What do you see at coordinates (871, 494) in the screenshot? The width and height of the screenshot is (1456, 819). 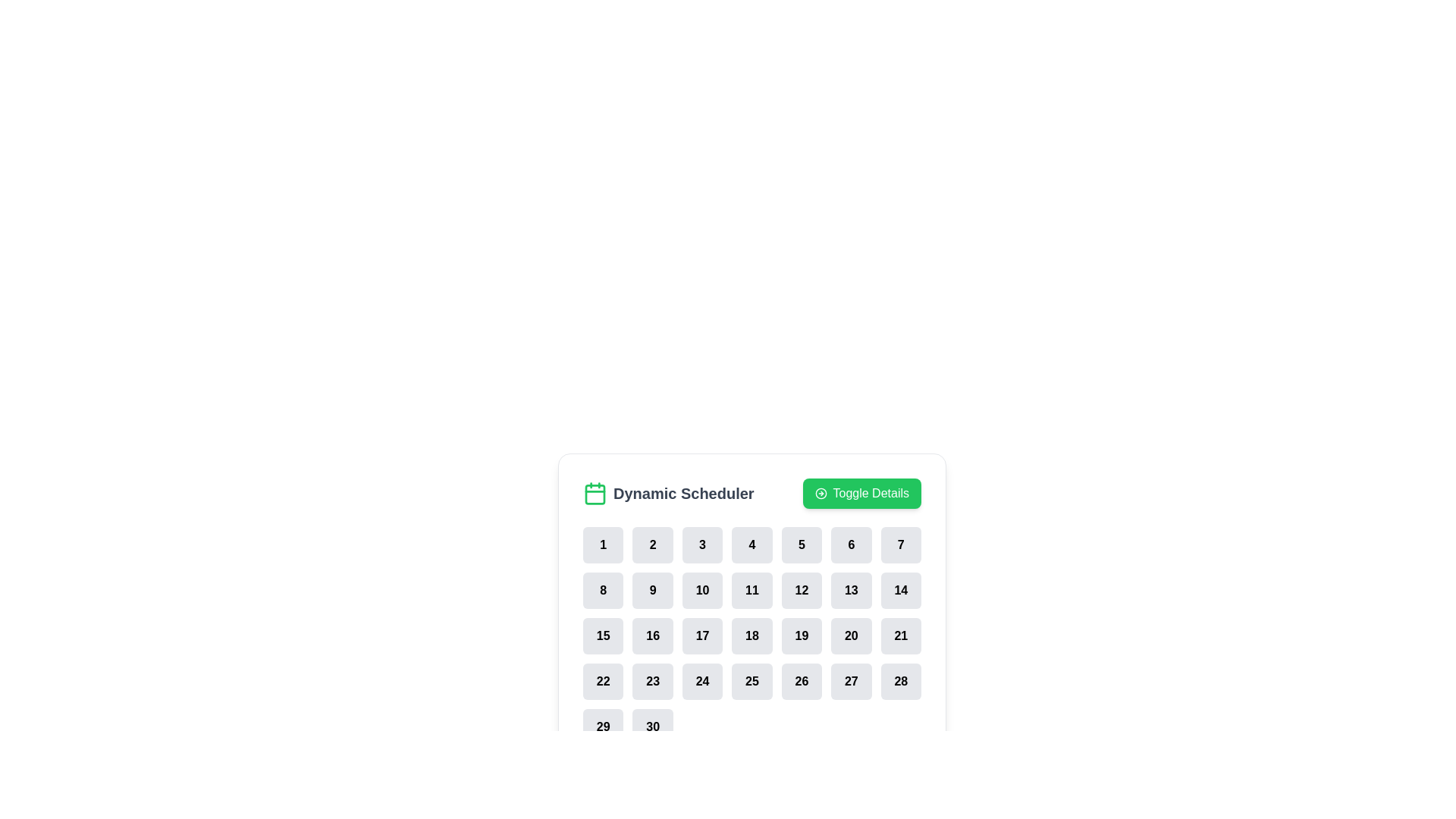 I see `the label that serves as a textual part of a button in the header area of the 'Dynamic Scheduler' interface, located to the right of the calendar icon and adjacent text` at bounding box center [871, 494].